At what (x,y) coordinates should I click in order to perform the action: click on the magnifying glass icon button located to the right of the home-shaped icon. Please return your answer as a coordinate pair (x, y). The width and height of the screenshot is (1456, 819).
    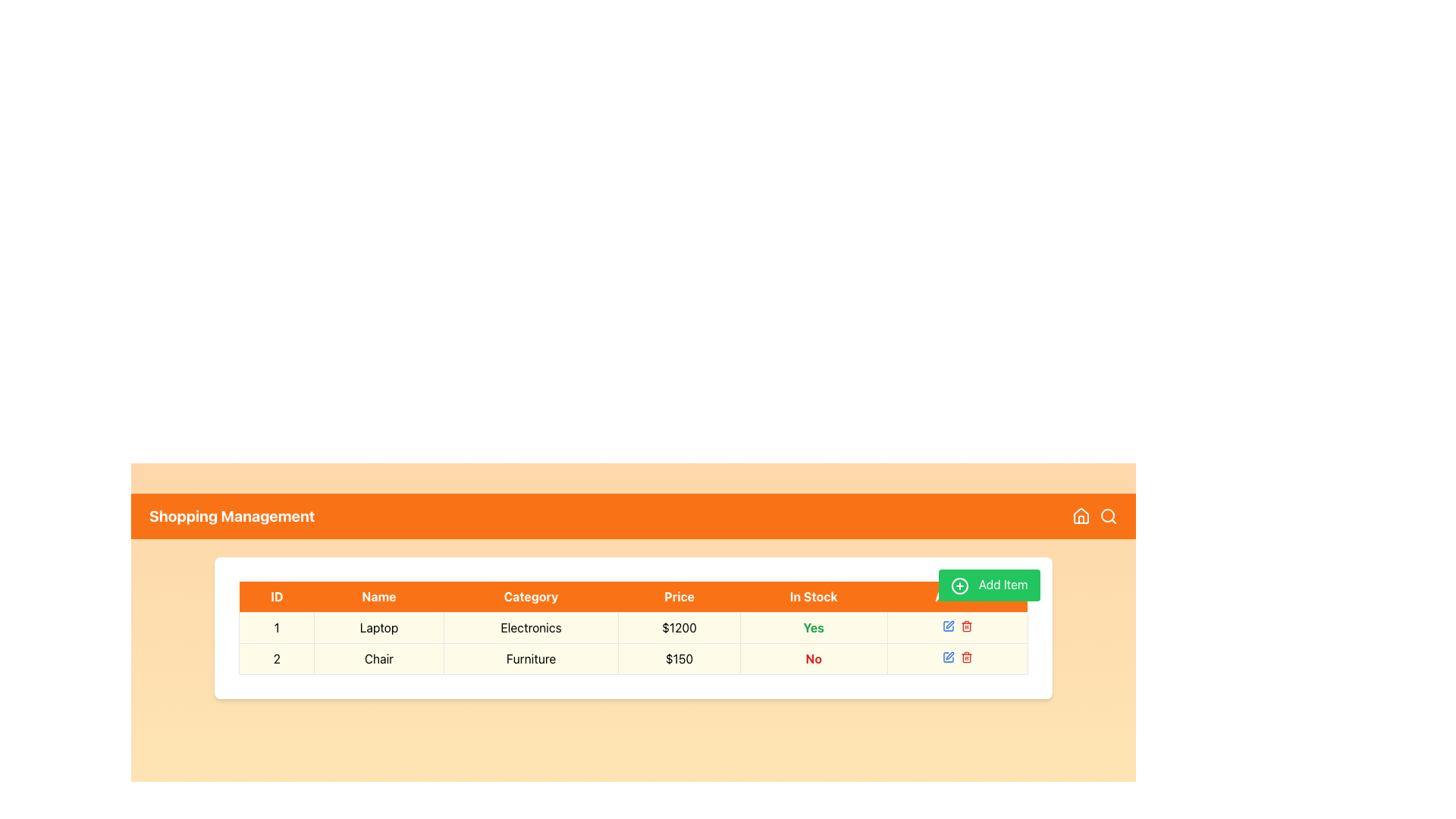
    Looking at the image, I should click on (1109, 516).